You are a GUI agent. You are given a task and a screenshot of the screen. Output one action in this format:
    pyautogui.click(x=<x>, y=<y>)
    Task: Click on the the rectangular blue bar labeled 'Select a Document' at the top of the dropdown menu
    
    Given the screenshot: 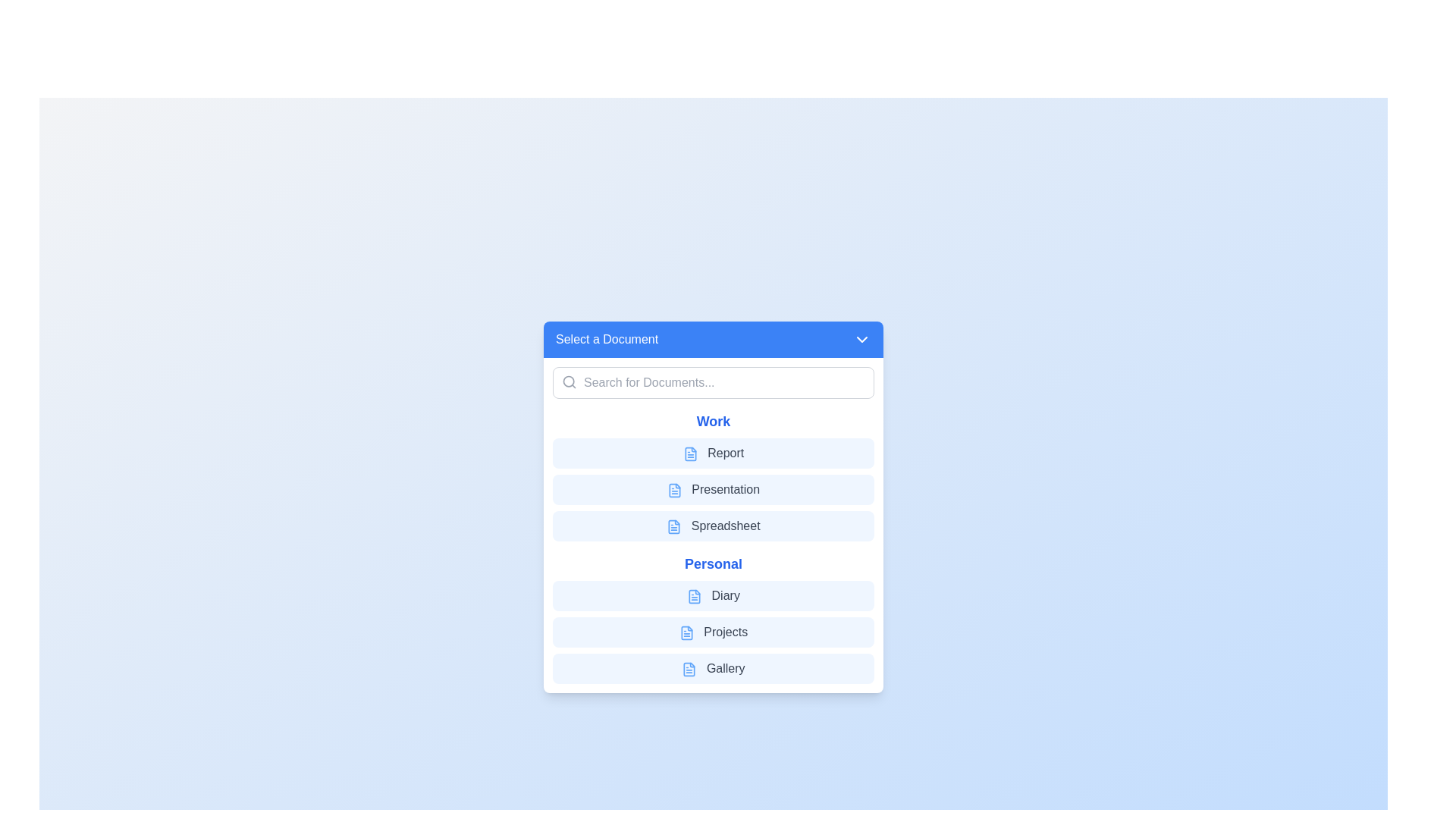 What is the action you would take?
    pyautogui.click(x=712, y=338)
    